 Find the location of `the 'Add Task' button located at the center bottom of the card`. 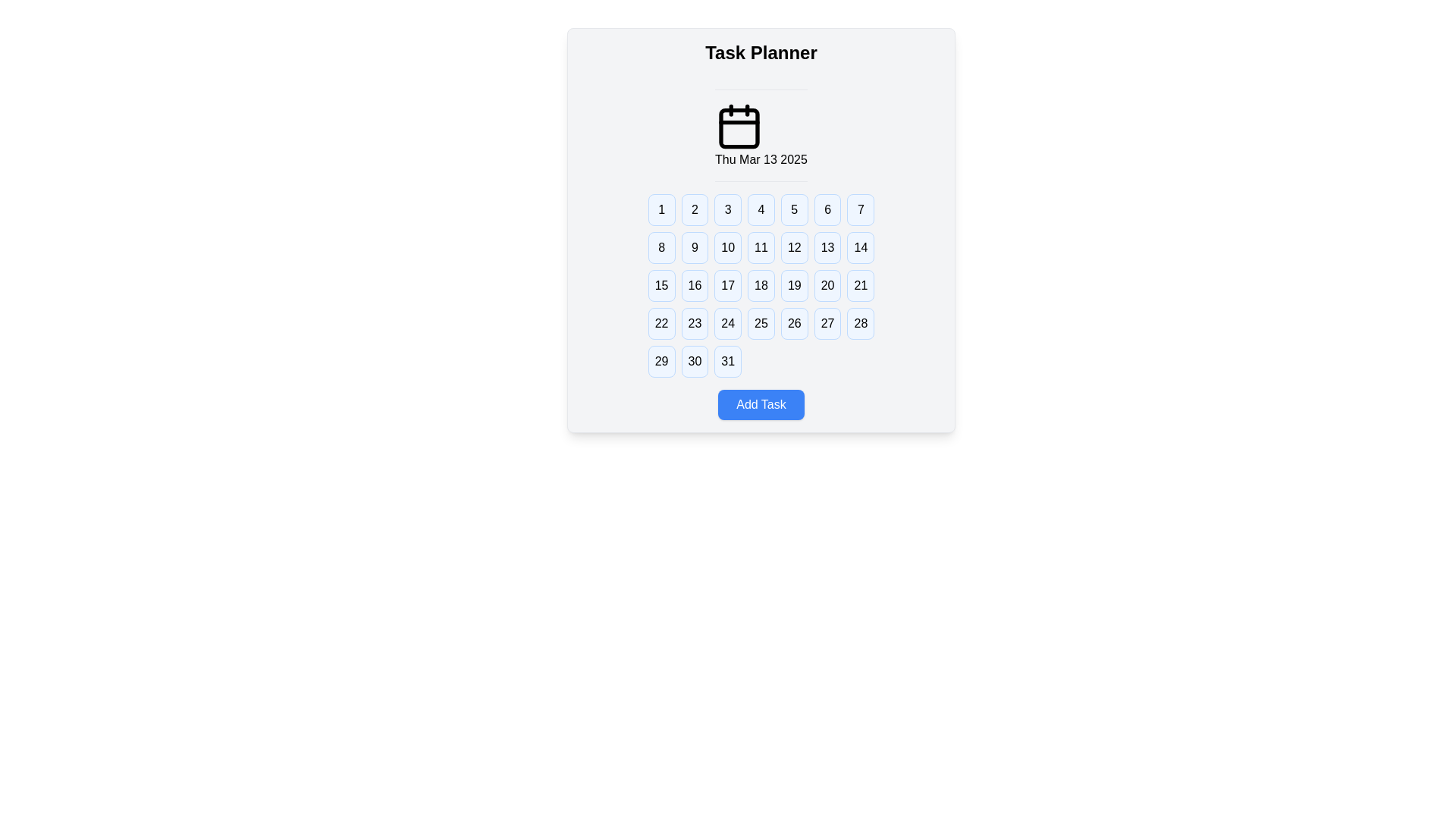

the 'Add Task' button located at the center bottom of the card is located at coordinates (761, 403).